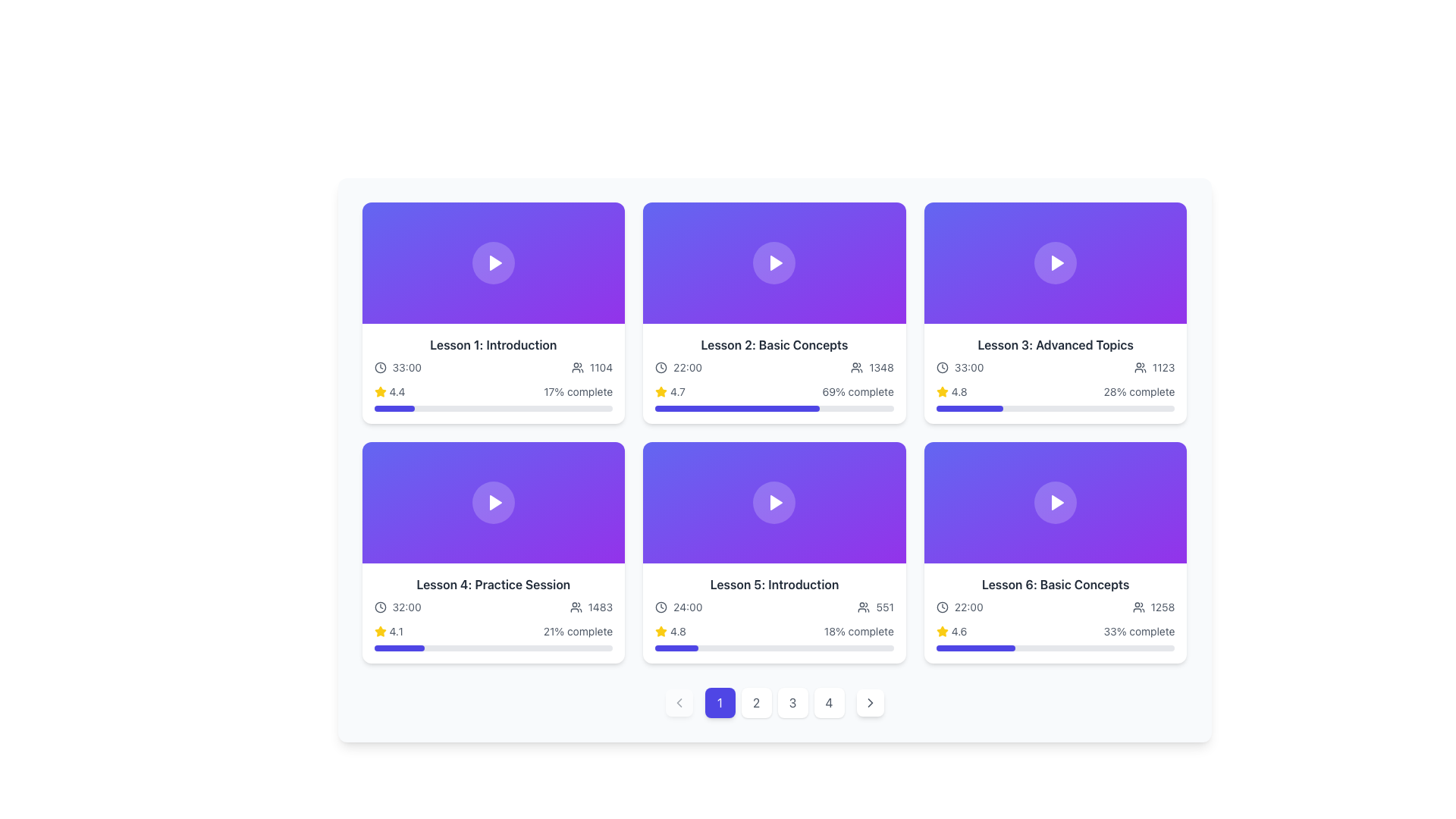 This screenshot has width=1456, height=819. I want to click on the count of users displayed on the label with icon located to the right of '33:00' within the 'Lesson 1: Introduction' card, so click(591, 368).